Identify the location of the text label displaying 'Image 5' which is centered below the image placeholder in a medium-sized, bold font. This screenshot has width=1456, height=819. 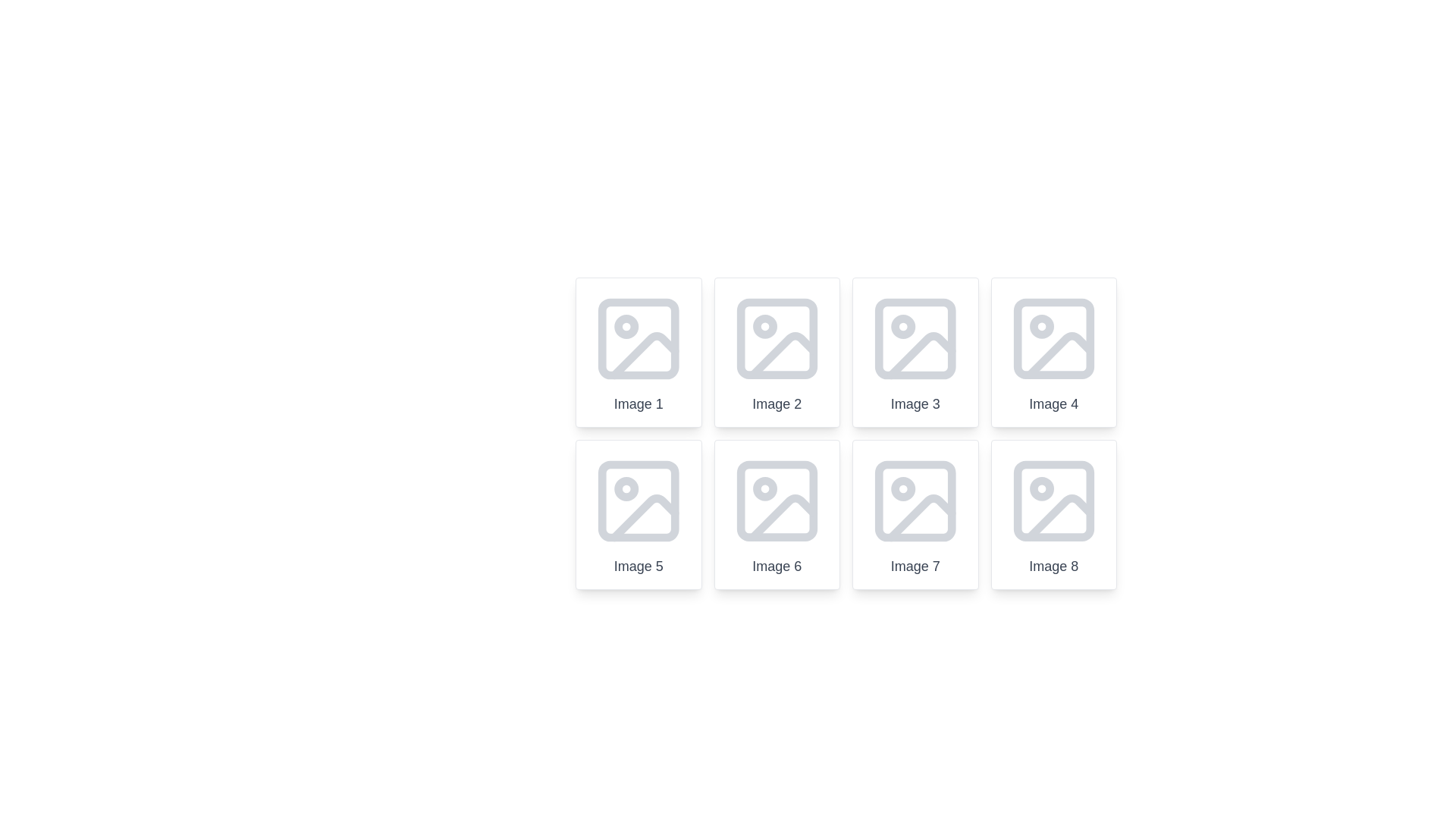
(639, 566).